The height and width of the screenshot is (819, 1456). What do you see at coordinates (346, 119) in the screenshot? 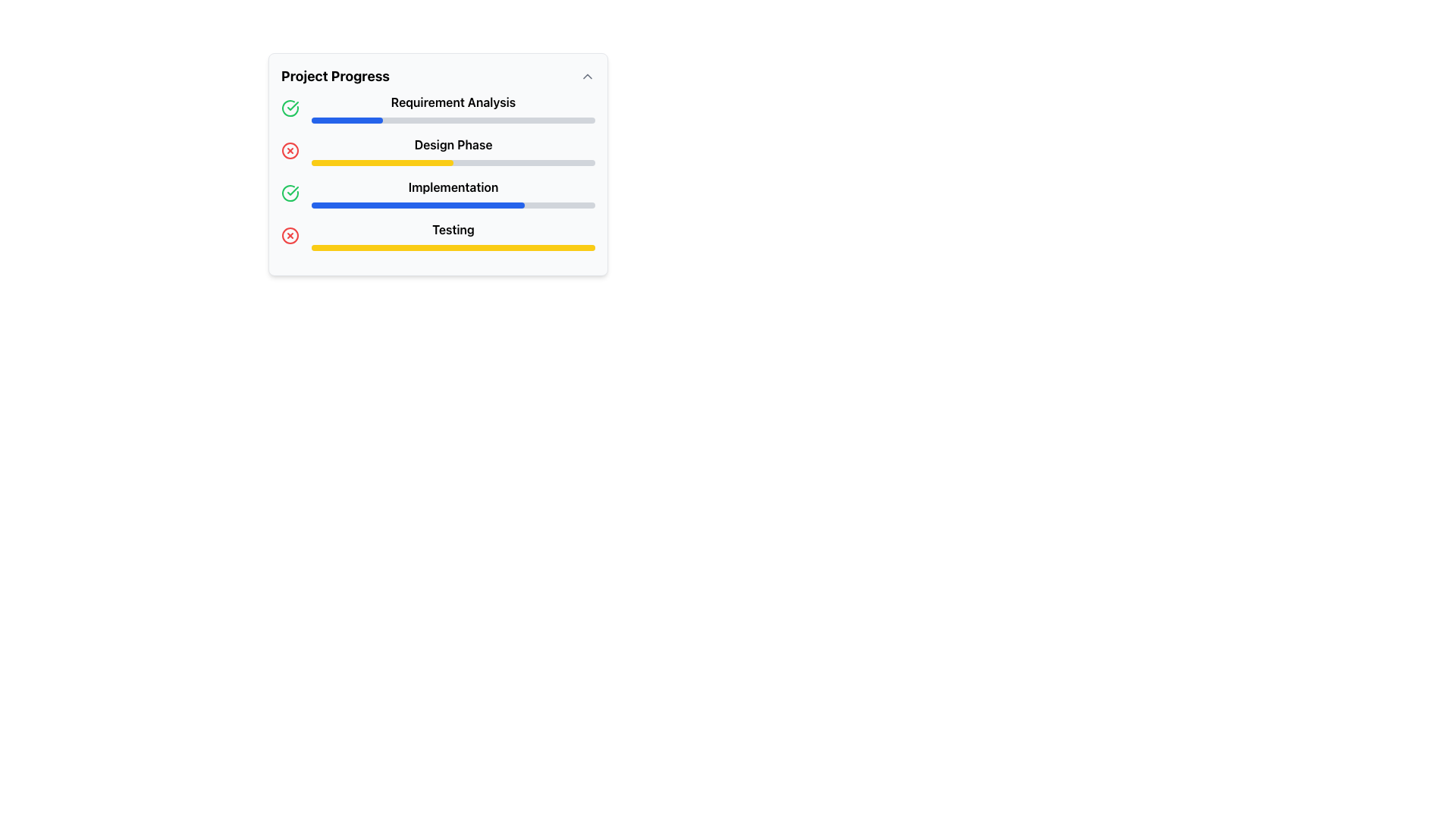
I see `the blue progress bar segment representing 25% progress, located underneath the text 'Requirement Analysis'` at bounding box center [346, 119].